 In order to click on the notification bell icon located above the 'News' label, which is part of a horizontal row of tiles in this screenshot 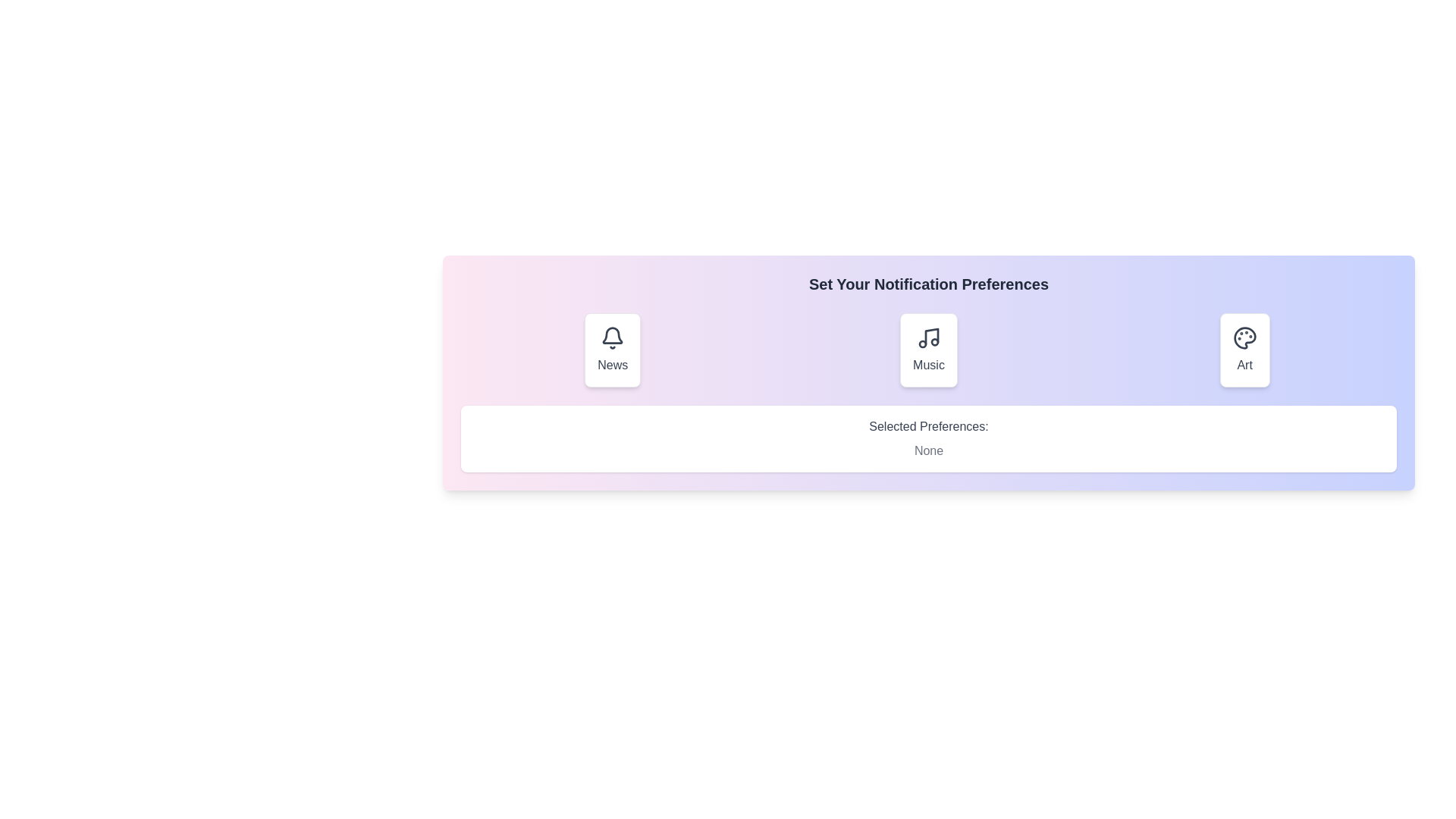, I will do `click(613, 337)`.